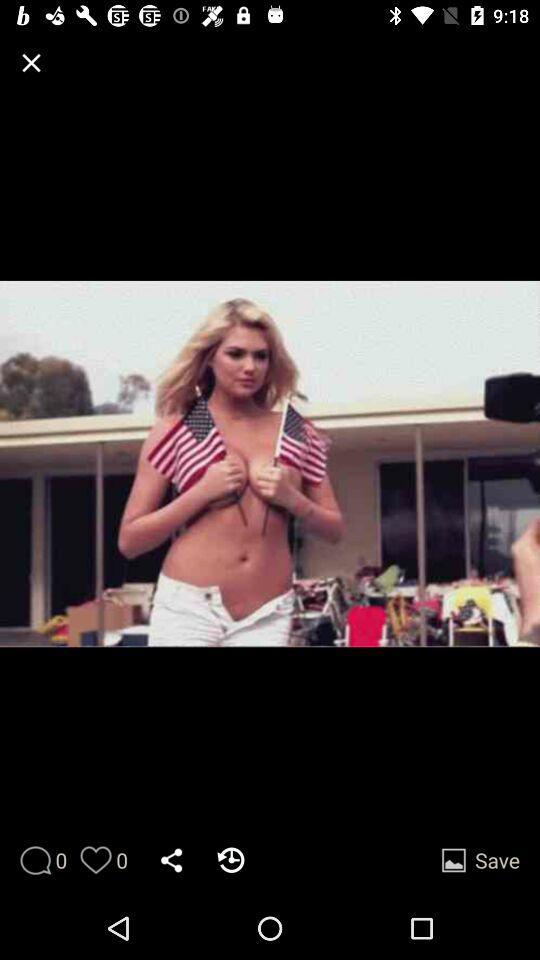  What do you see at coordinates (171, 859) in the screenshot?
I see `the share icon` at bounding box center [171, 859].